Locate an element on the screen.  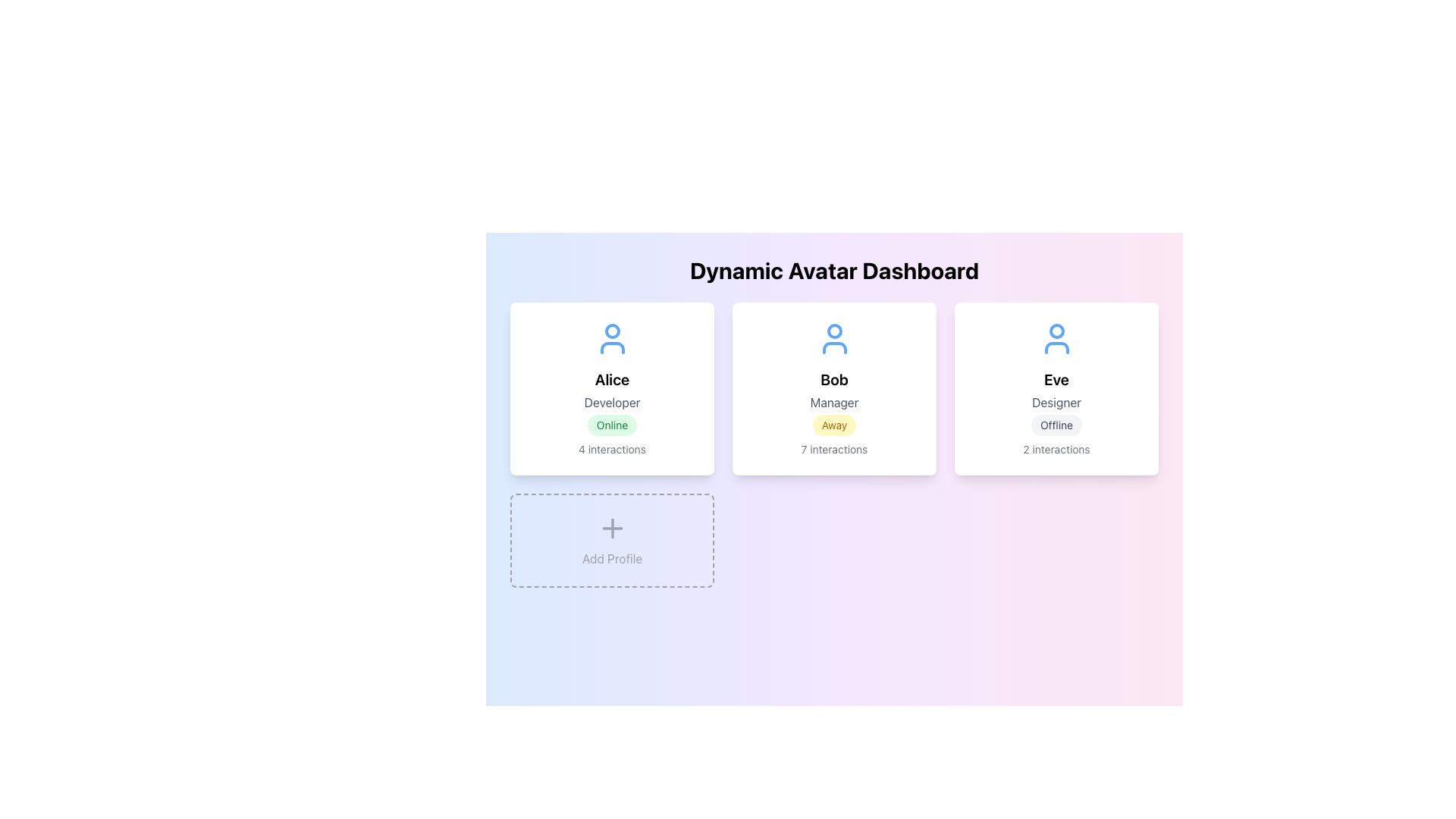
the profile card featuring the user avatar of a person in blue, with the name 'Alice' in bold and an 'Online' badge is located at coordinates (612, 388).